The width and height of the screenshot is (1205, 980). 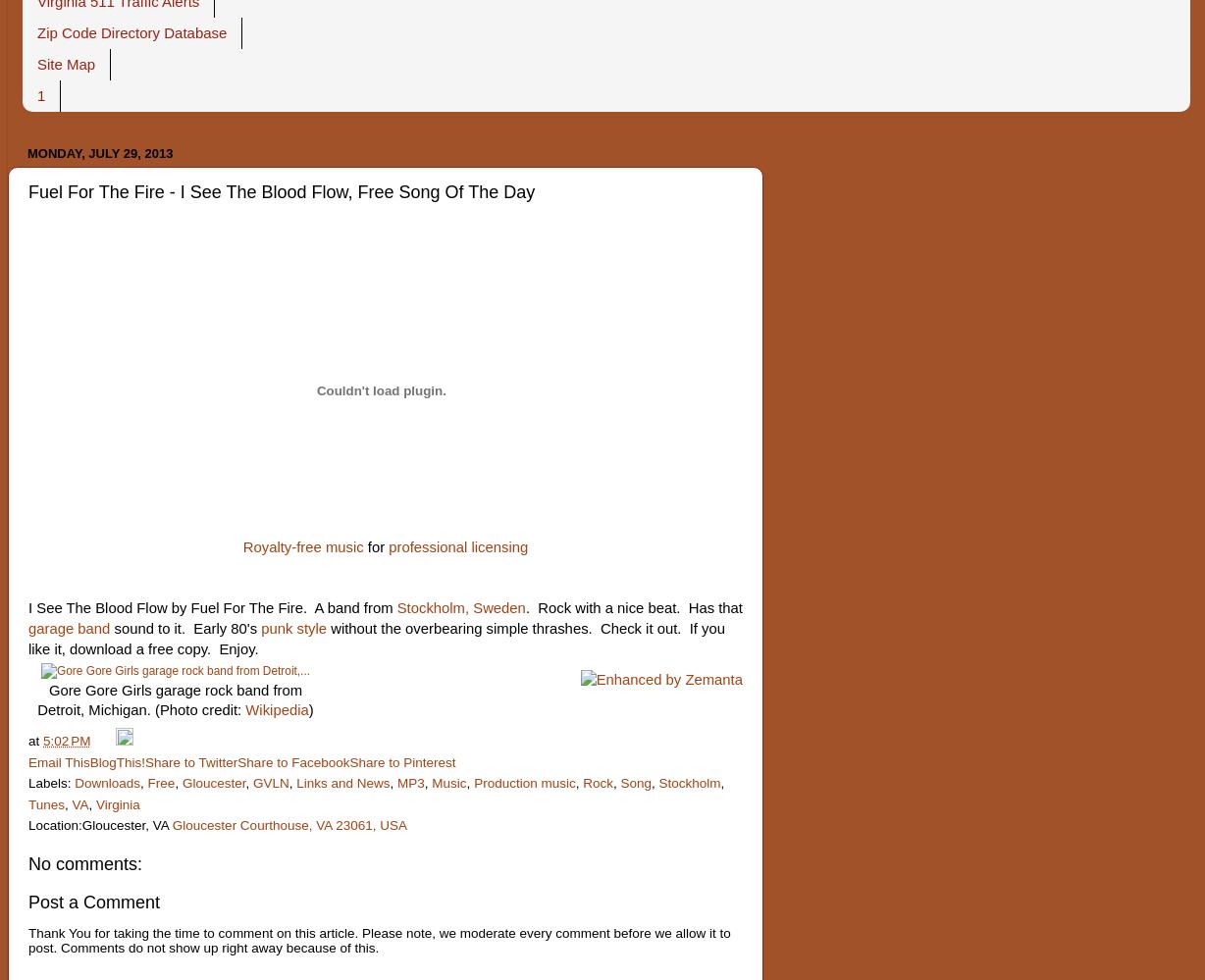 I want to click on 'for', so click(x=376, y=547).